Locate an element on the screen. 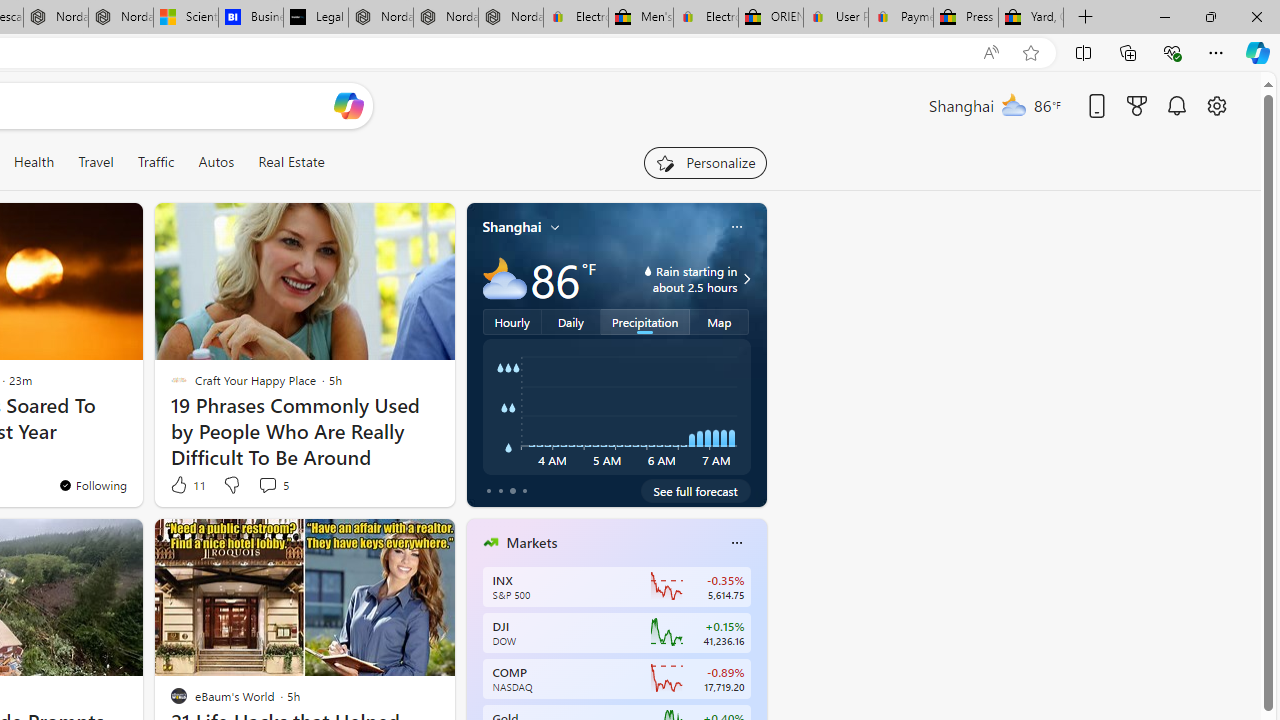 Image resolution: width=1280 pixels, height=720 pixels. 'My location' is located at coordinates (555, 226).